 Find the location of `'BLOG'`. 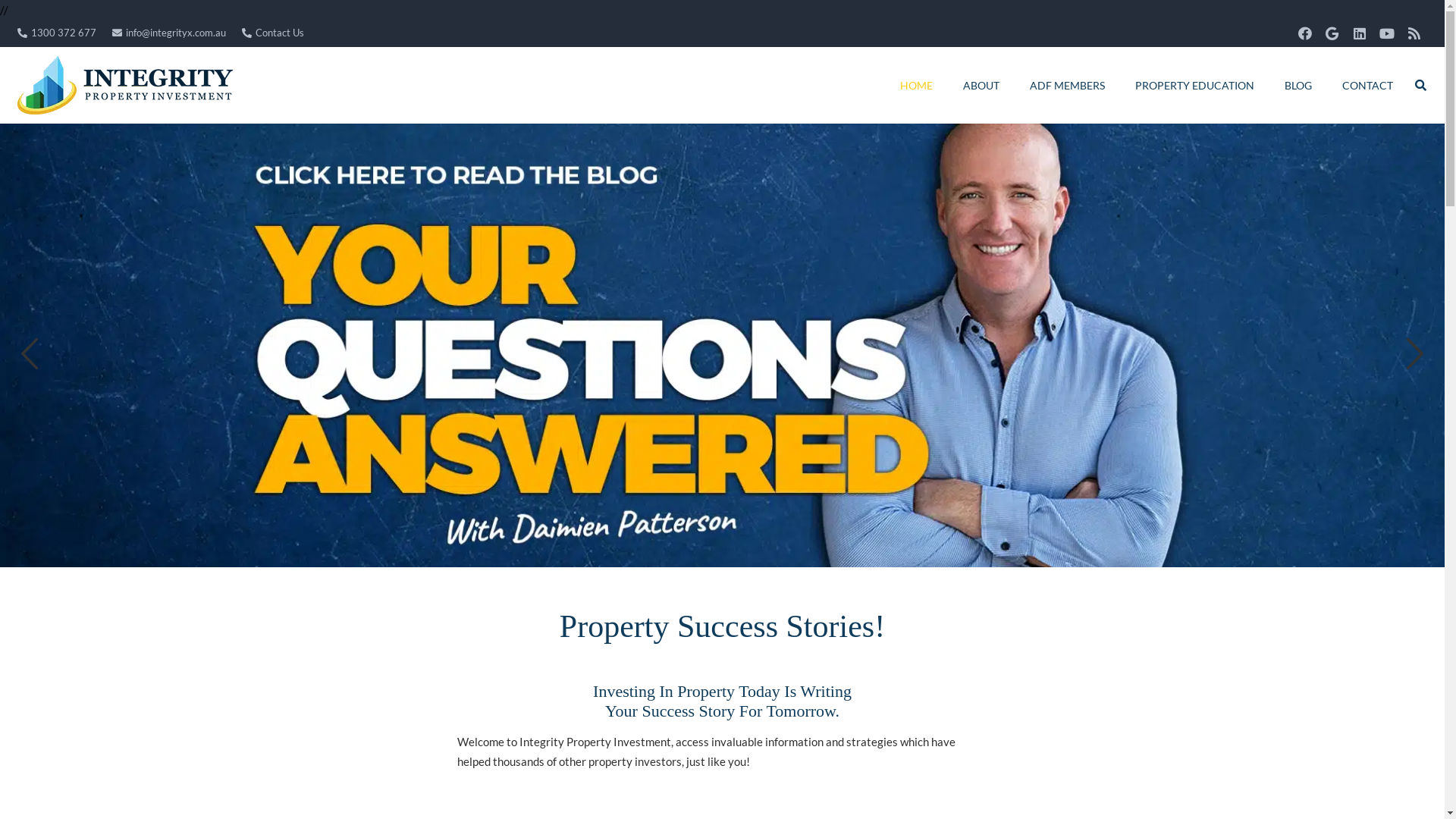

'BLOG' is located at coordinates (1298, 85).